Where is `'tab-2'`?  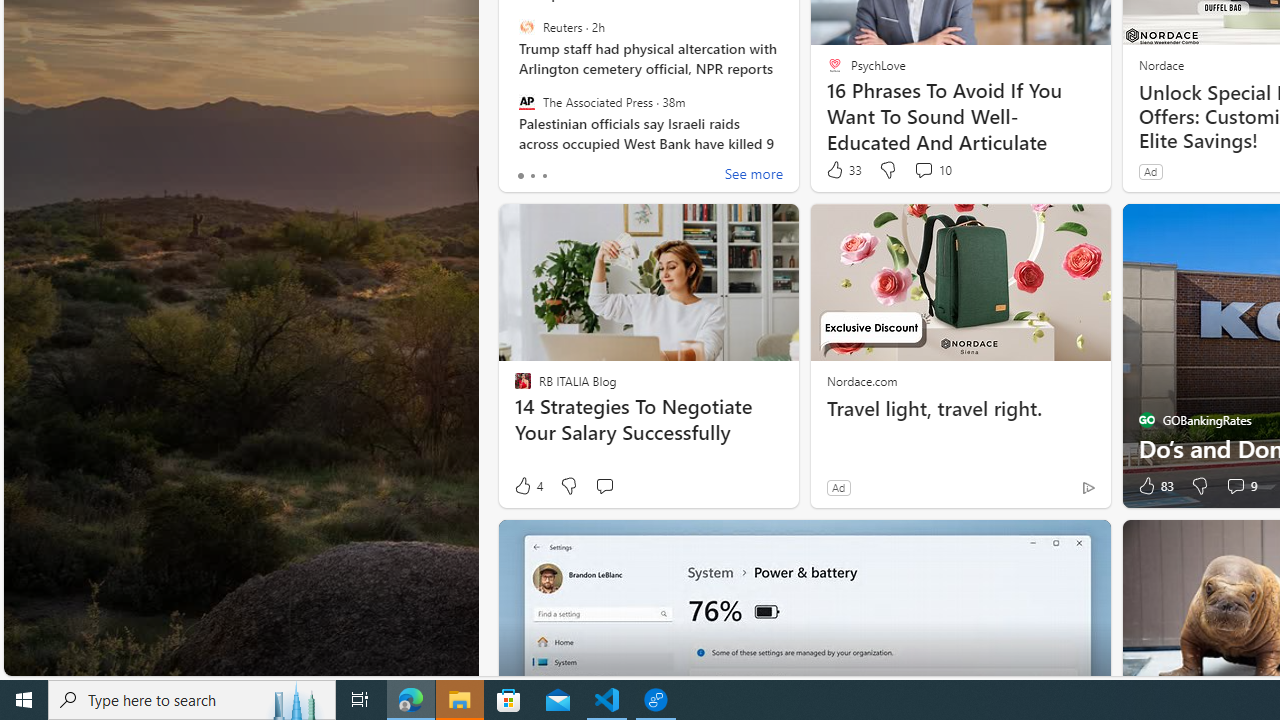
'tab-2' is located at coordinates (544, 175).